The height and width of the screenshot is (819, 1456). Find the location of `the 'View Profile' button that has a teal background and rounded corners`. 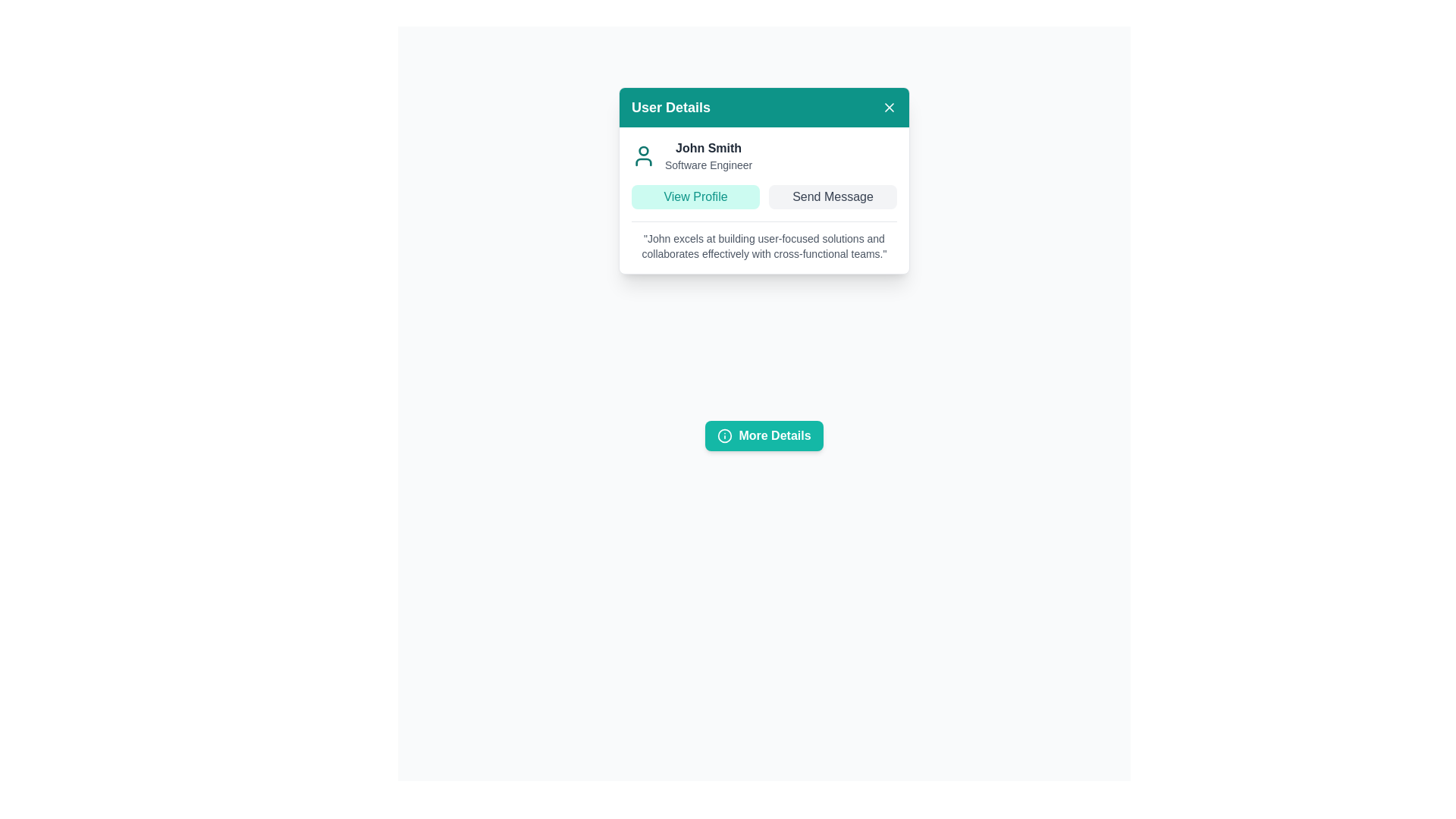

the 'View Profile' button that has a teal background and rounded corners is located at coordinates (695, 196).